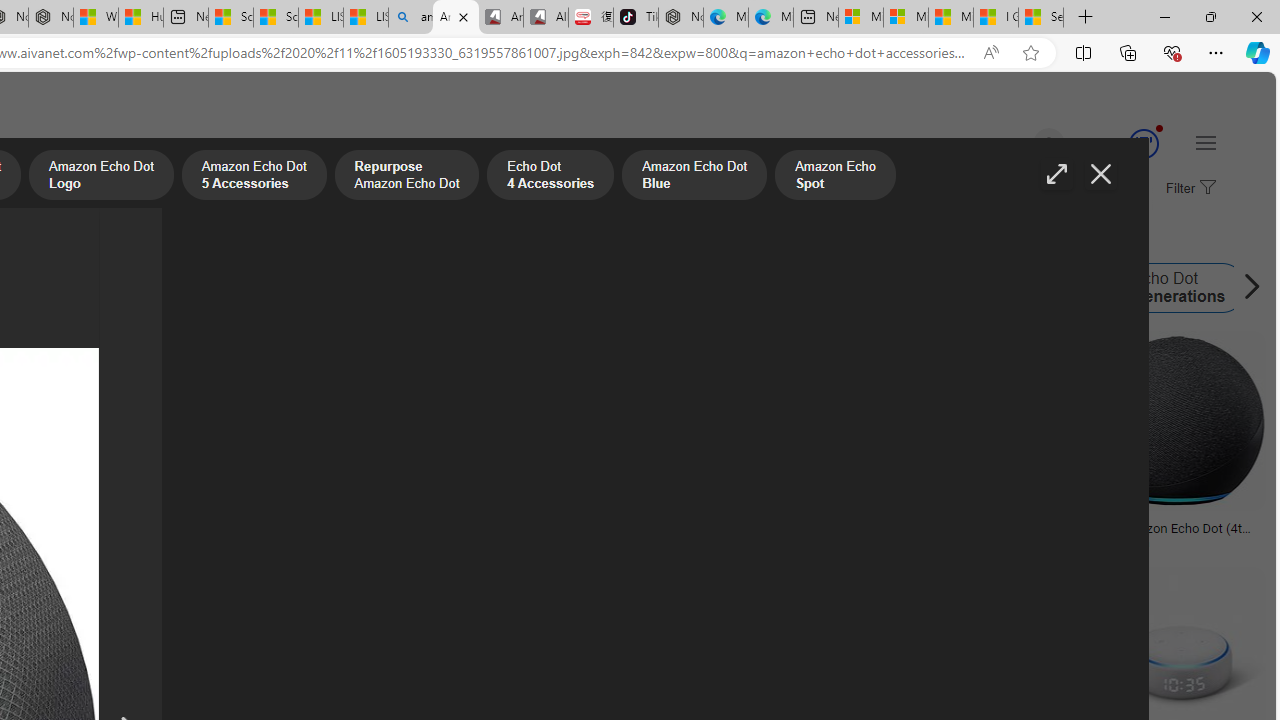  What do you see at coordinates (95, 17) in the screenshot?
I see `'Wildlife - MSN'` at bounding box center [95, 17].